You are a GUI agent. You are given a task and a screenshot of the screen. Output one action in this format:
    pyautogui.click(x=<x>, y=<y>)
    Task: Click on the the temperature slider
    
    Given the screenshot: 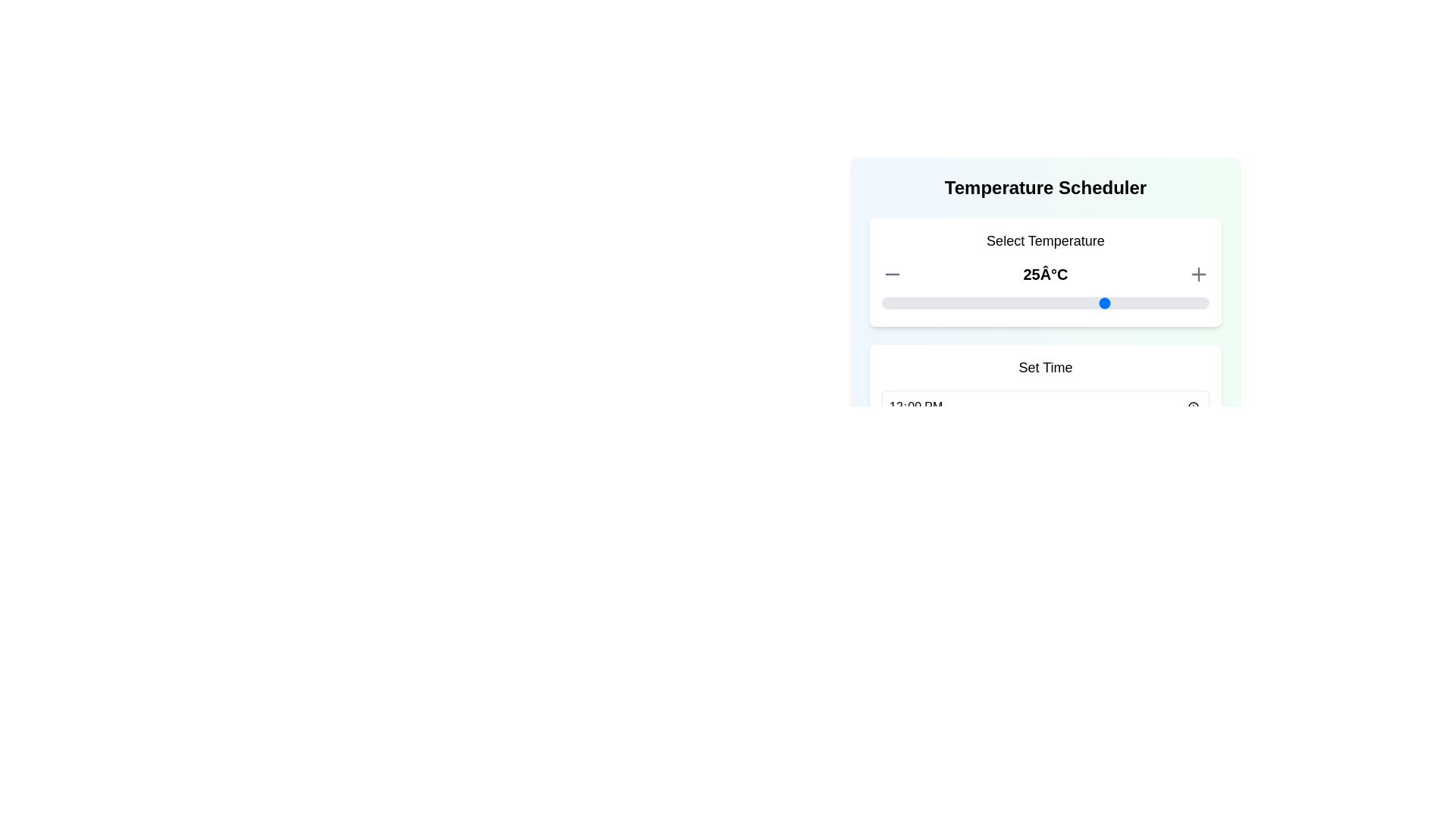 What is the action you would take?
    pyautogui.click(x=1090, y=303)
    